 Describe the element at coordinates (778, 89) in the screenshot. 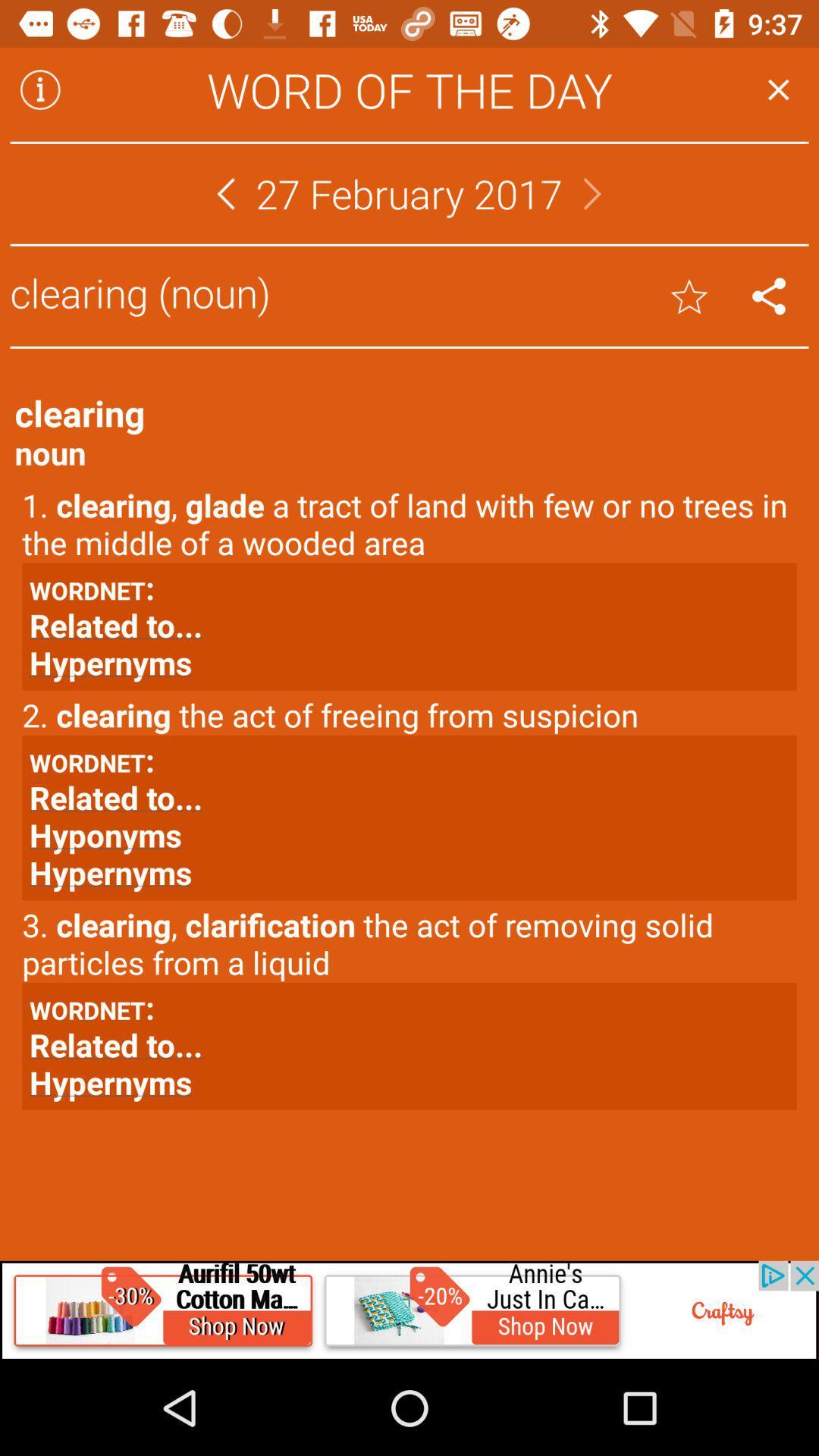

I see `button` at that location.